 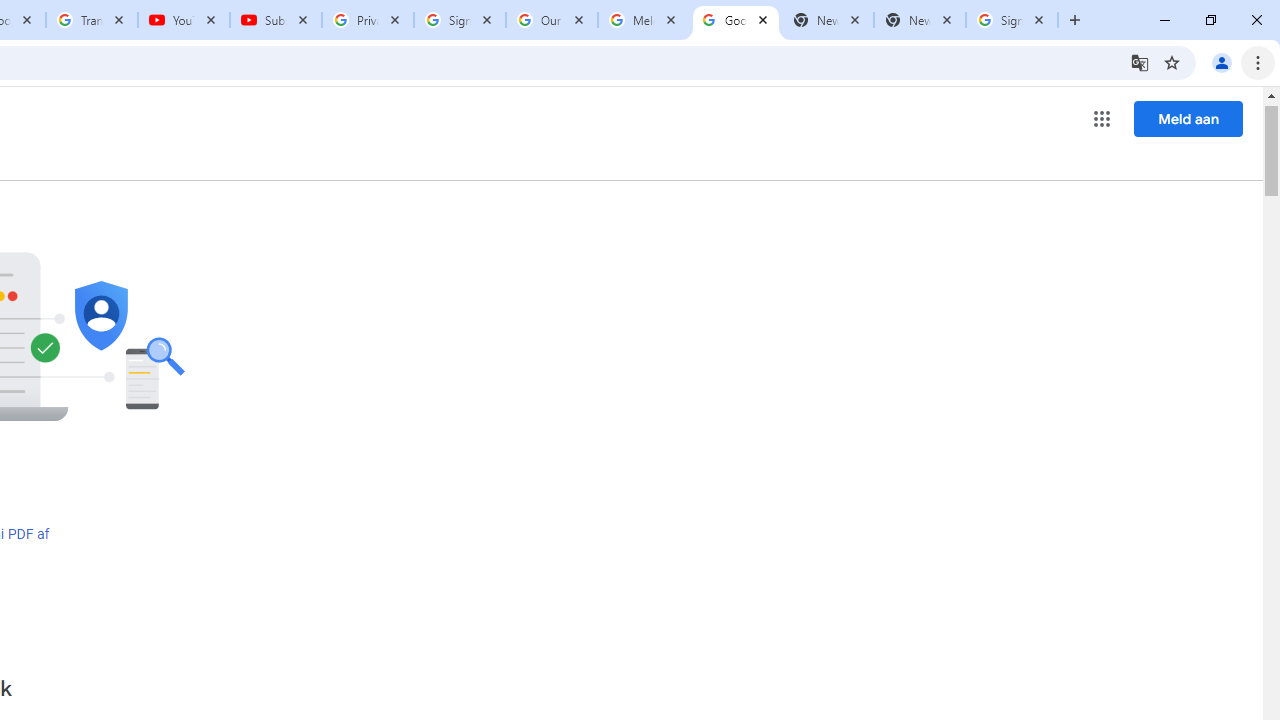 I want to click on 'Sign in - Google Accounts', so click(x=458, y=20).